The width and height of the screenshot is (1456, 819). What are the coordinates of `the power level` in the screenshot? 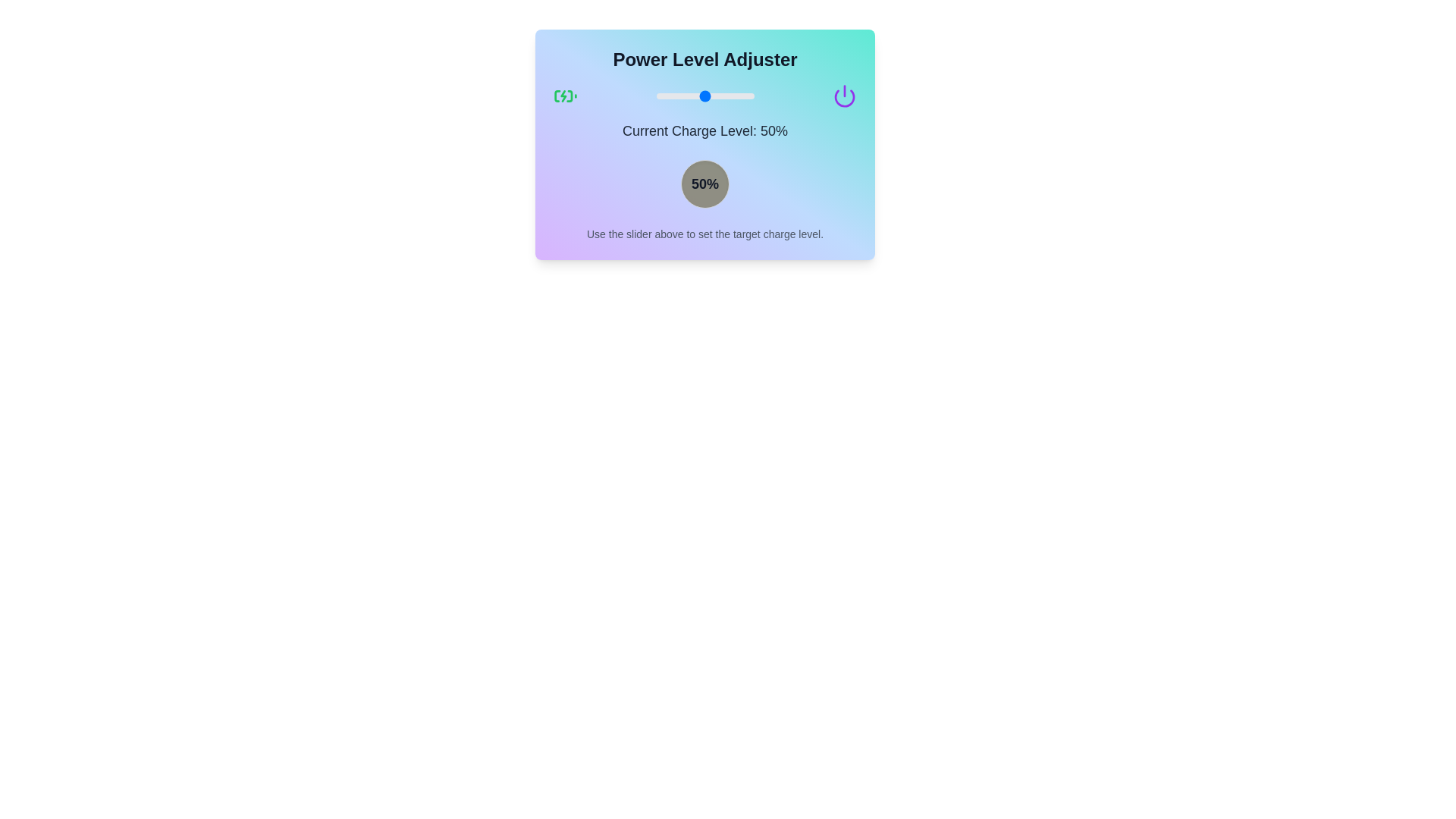 It's located at (692, 96).